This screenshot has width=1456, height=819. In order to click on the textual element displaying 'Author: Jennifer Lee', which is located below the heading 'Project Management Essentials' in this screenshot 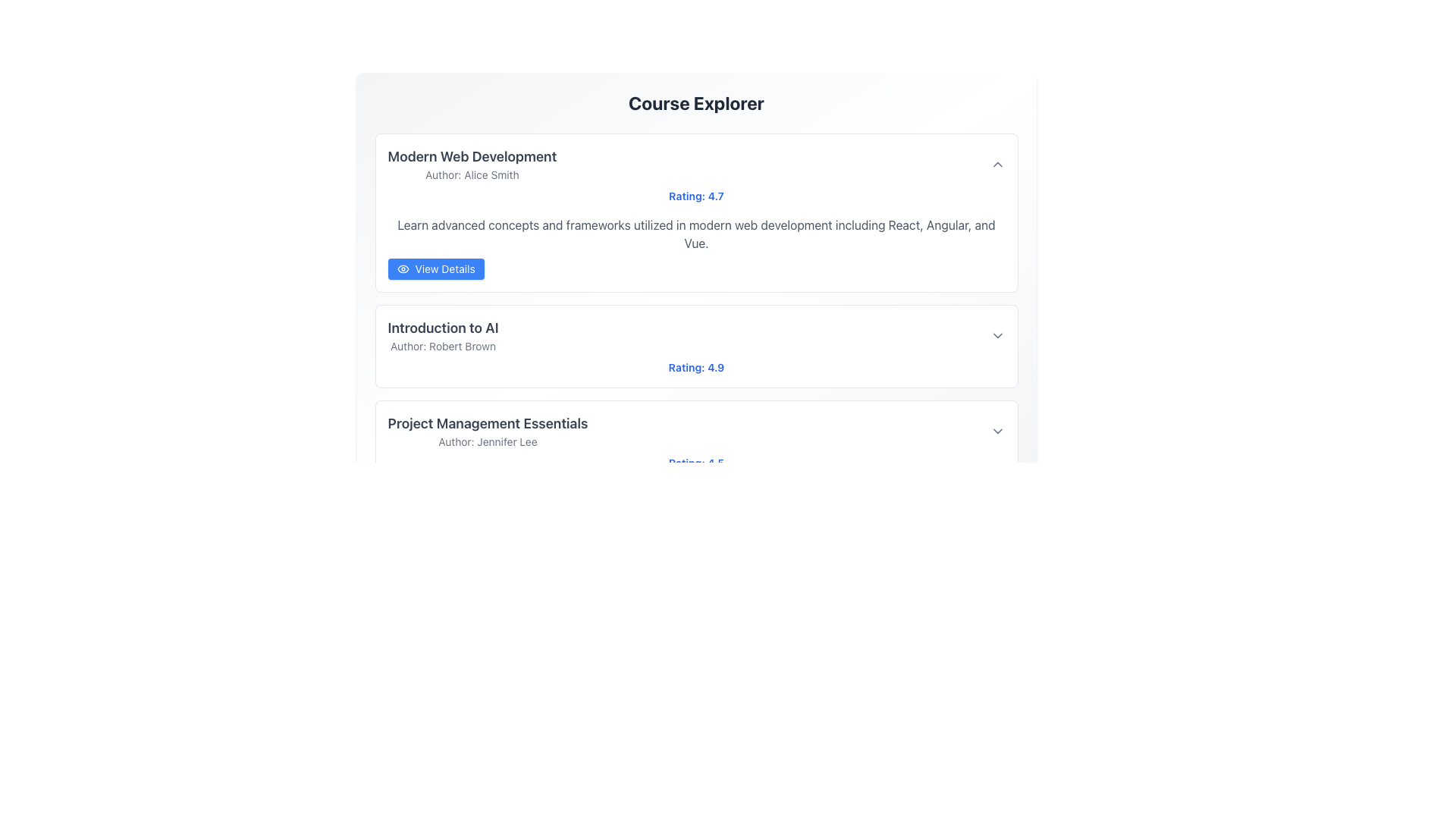, I will do `click(488, 441)`.